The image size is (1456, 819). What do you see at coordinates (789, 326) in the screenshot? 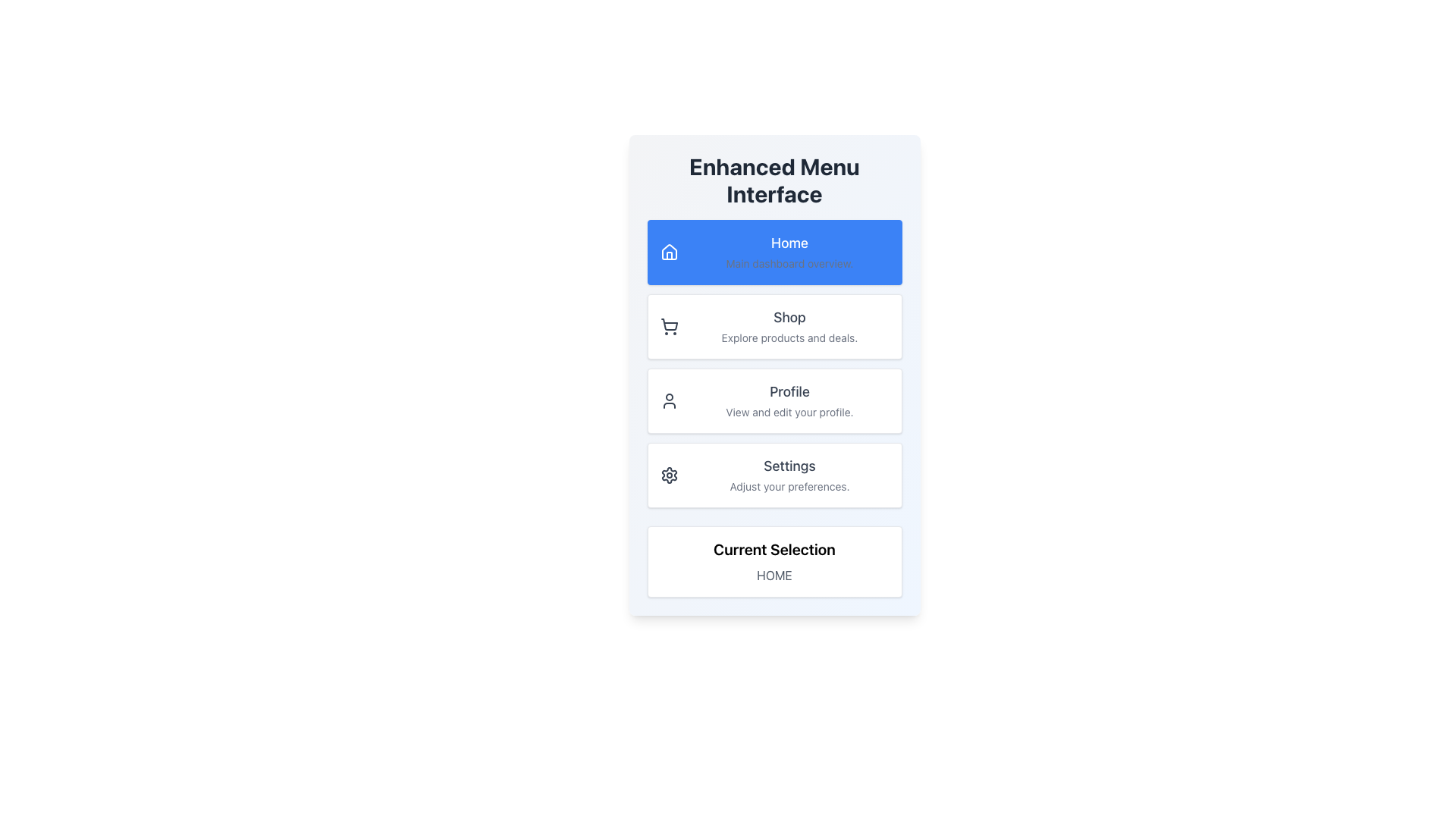
I see `the 'Shop' text label, which features a bold title and a gray subtitle, positioned between the 'Home' and 'Profile' sections in the vertical menu layout` at bounding box center [789, 326].